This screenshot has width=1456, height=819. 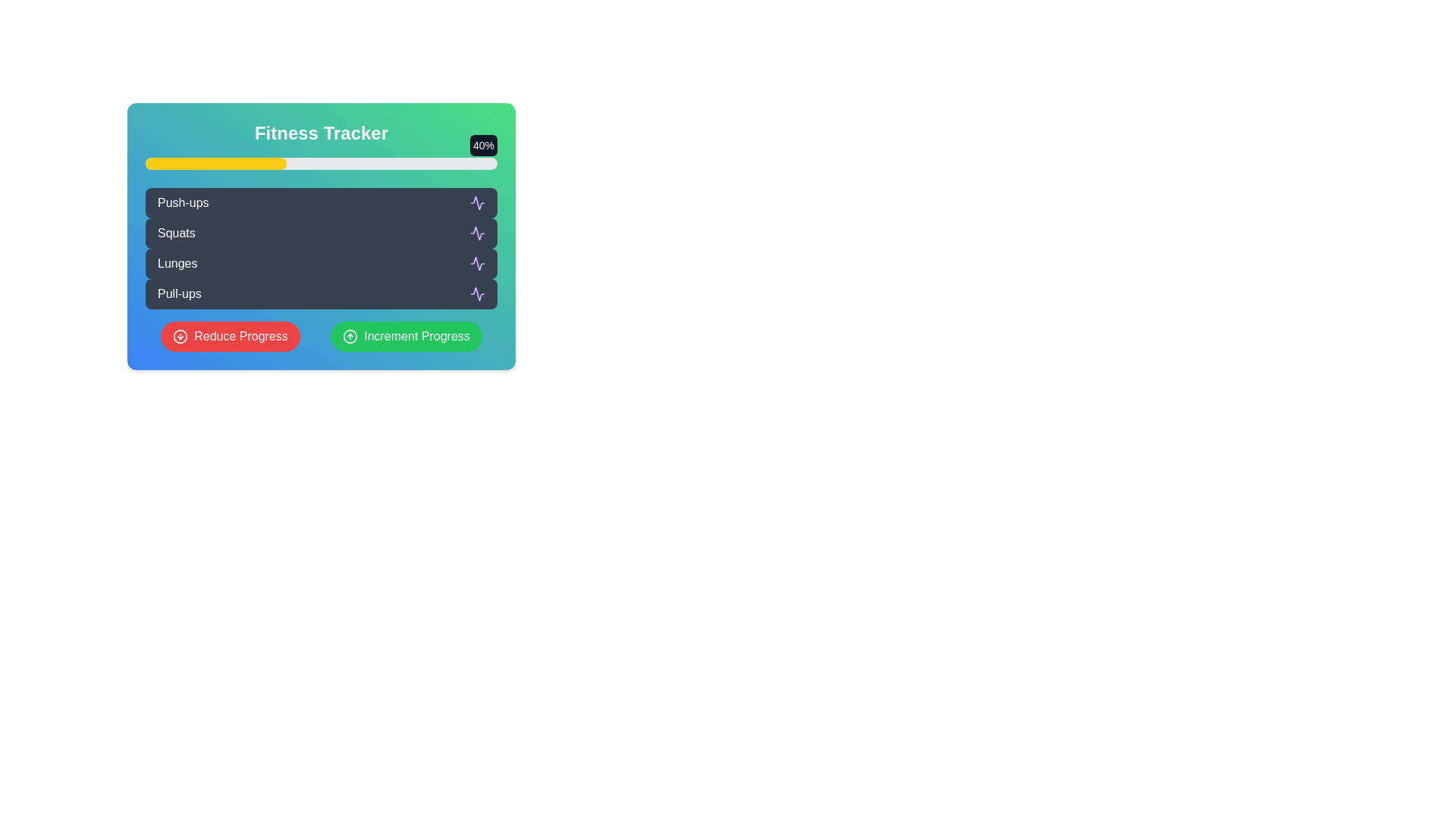 I want to click on the button that reduces the progress value in the tracker, so click(x=229, y=335).